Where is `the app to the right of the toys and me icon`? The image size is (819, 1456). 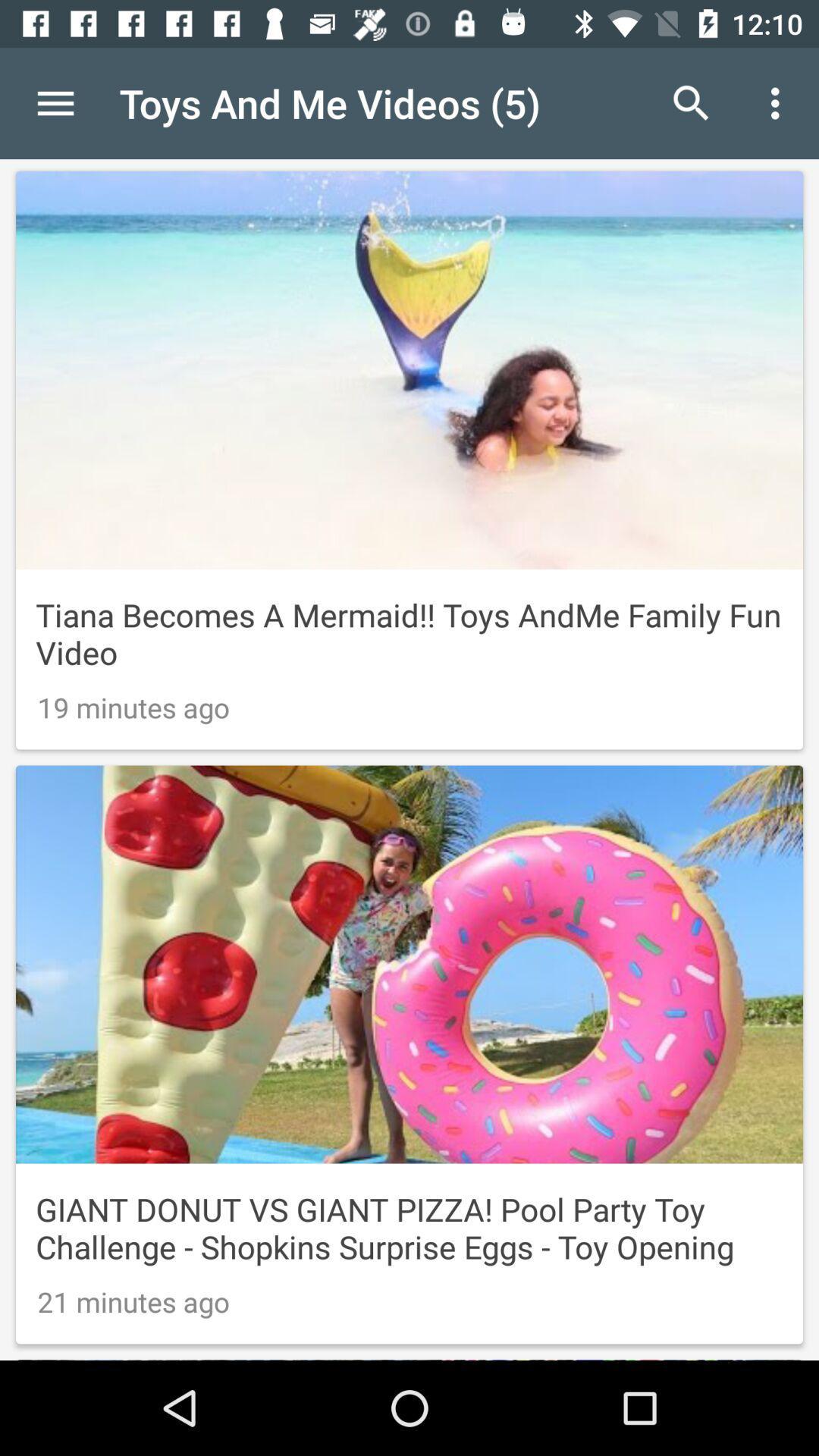
the app to the right of the toys and me icon is located at coordinates (691, 102).